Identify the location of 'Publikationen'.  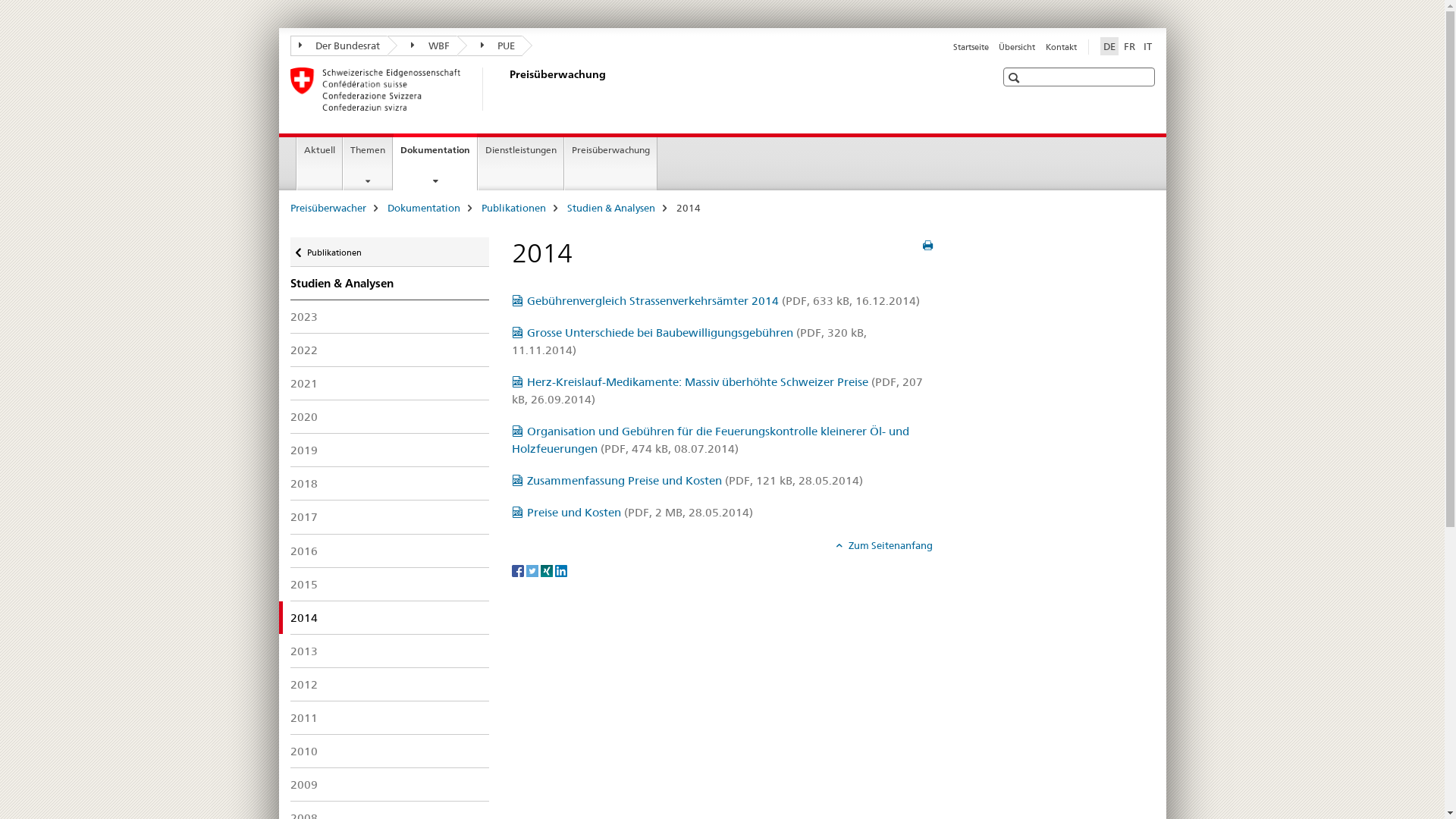
(513, 207).